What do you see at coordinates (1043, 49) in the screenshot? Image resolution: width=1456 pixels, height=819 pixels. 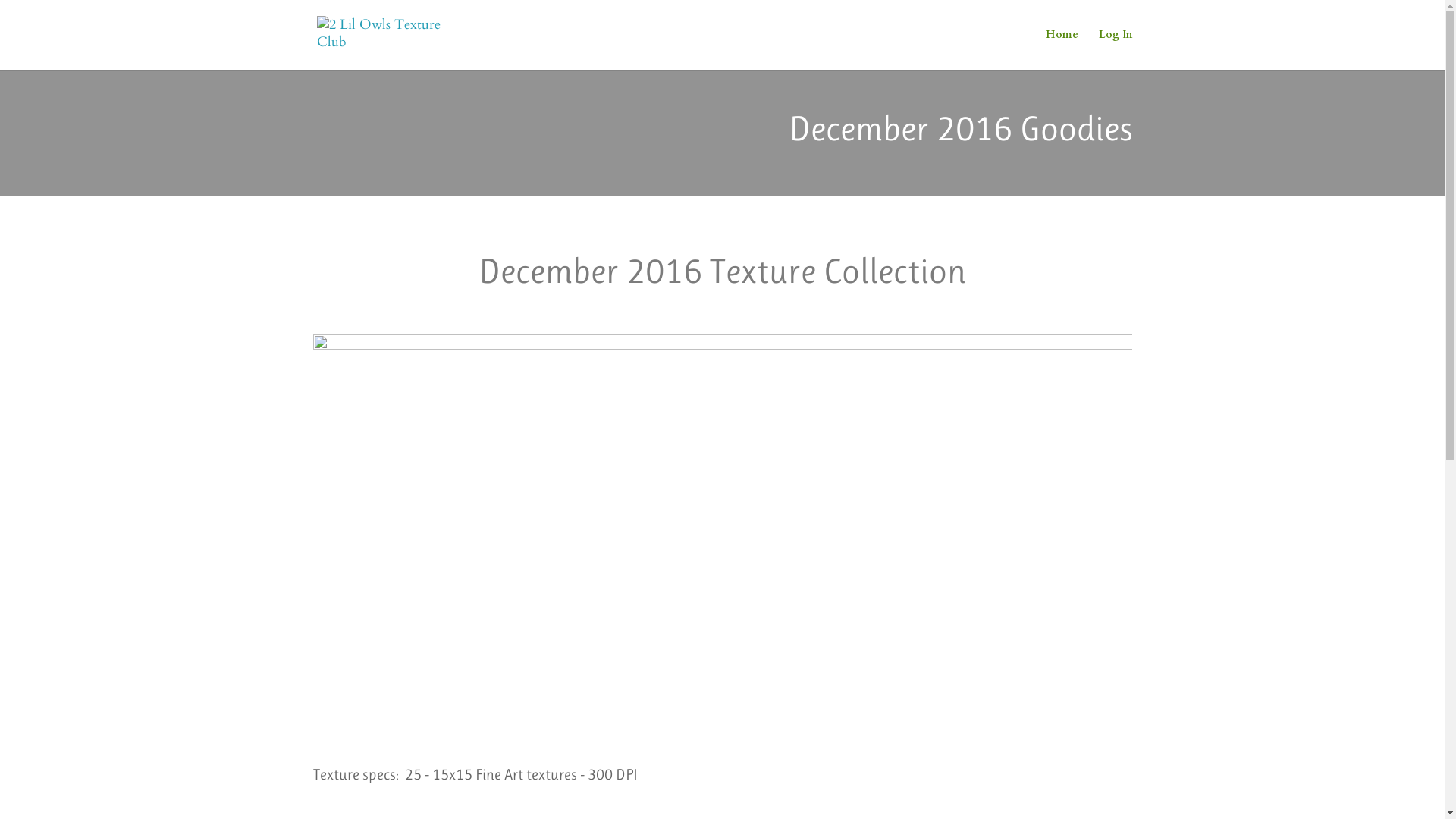 I see `'Home'` at bounding box center [1043, 49].